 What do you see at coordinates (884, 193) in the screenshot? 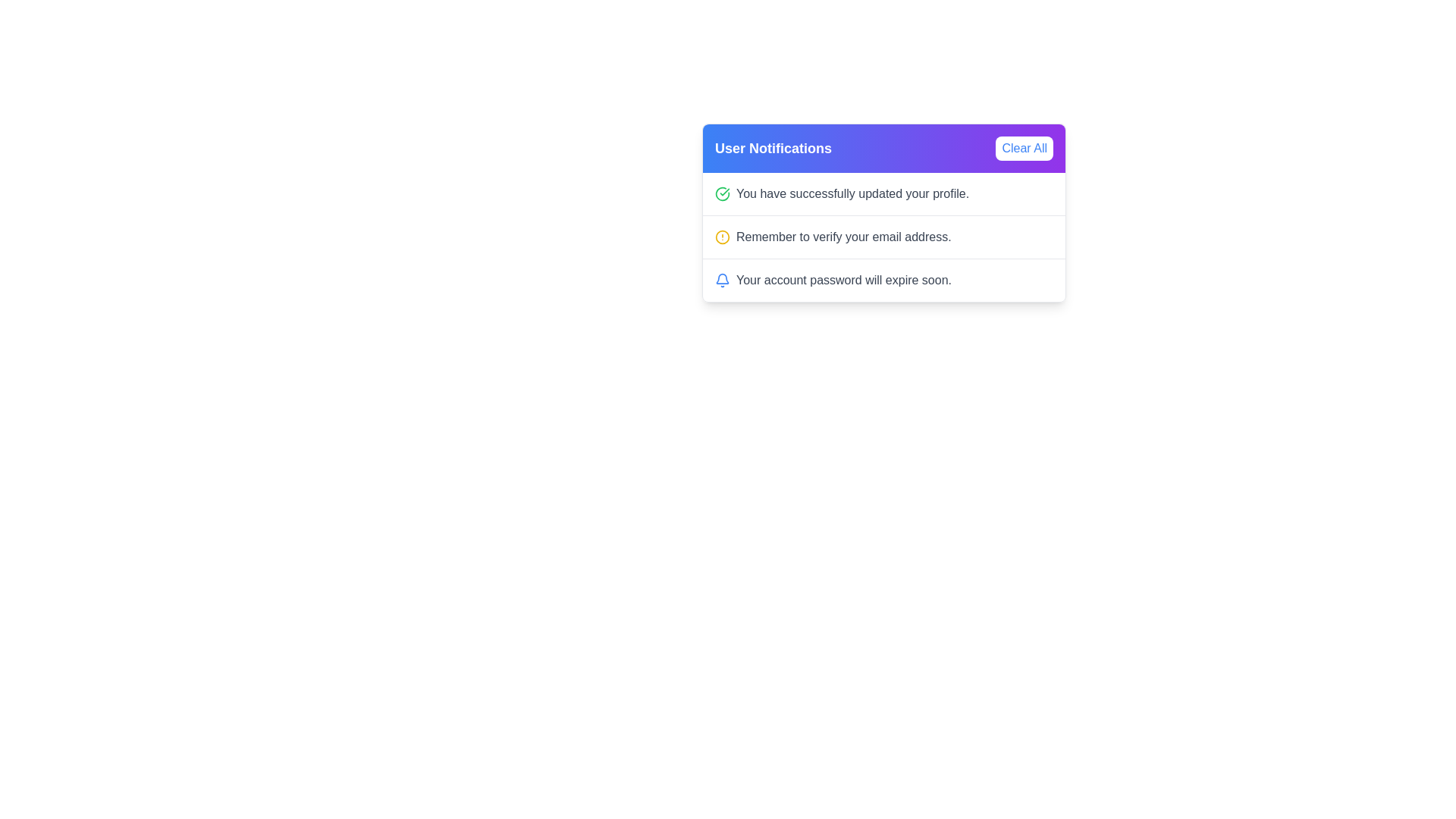
I see `the Notification panel that indicates a successful profile update, positioned under 'User Notifications' and above two other notifications` at bounding box center [884, 193].